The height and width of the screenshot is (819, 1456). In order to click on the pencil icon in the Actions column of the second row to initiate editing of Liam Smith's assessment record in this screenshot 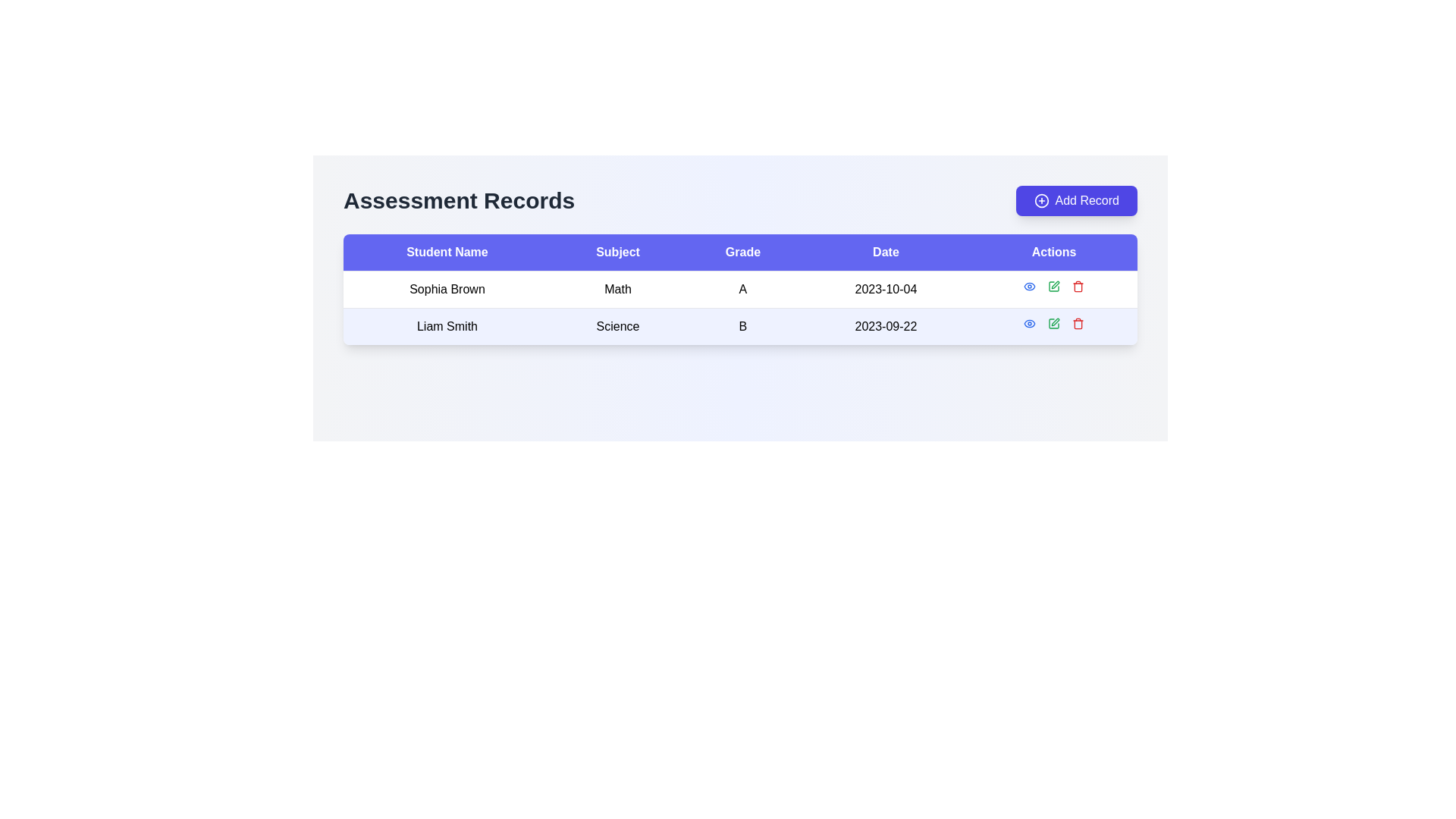, I will do `click(1053, 323)`.